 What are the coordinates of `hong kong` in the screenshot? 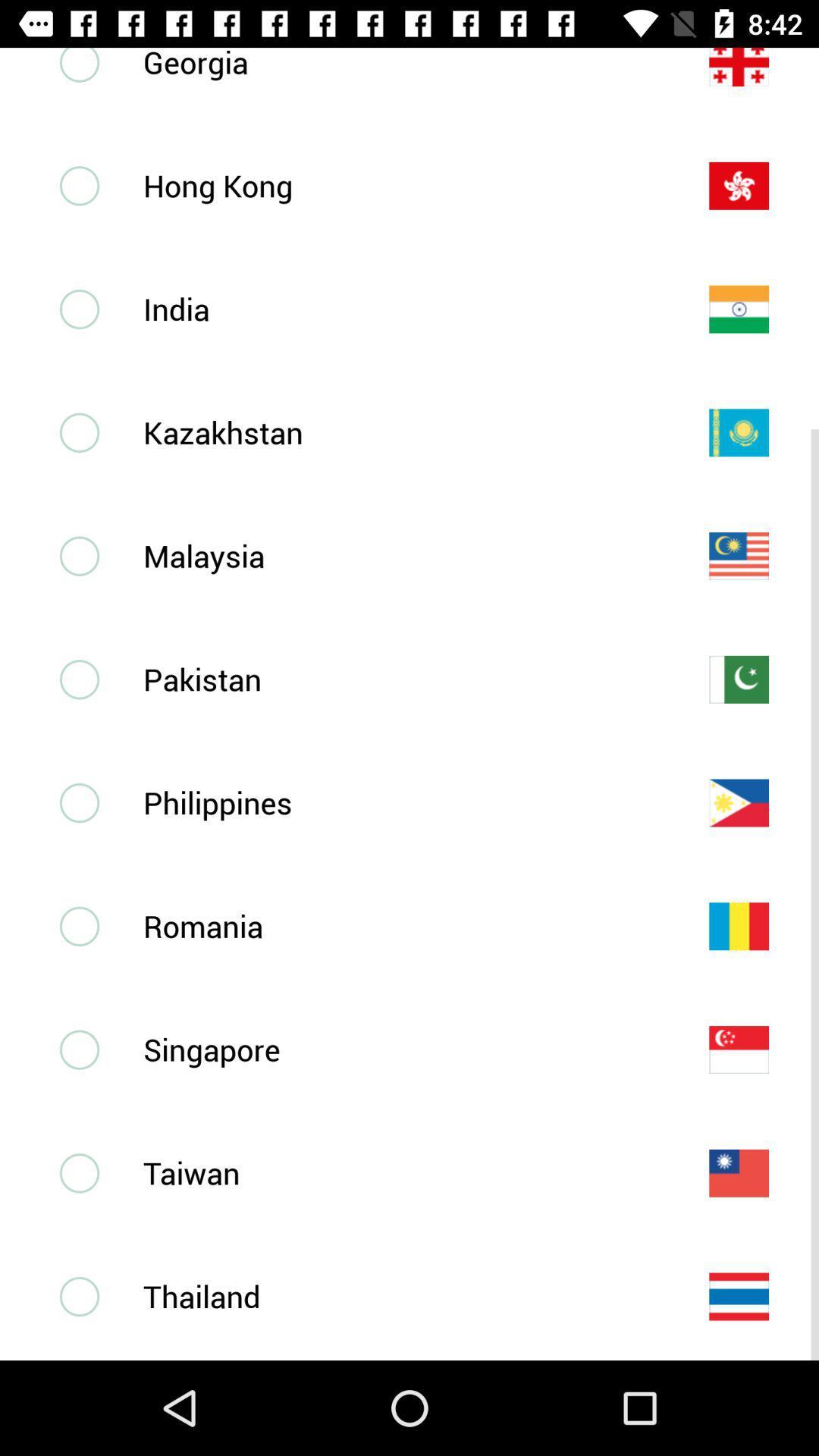 It's located at (400, 184).